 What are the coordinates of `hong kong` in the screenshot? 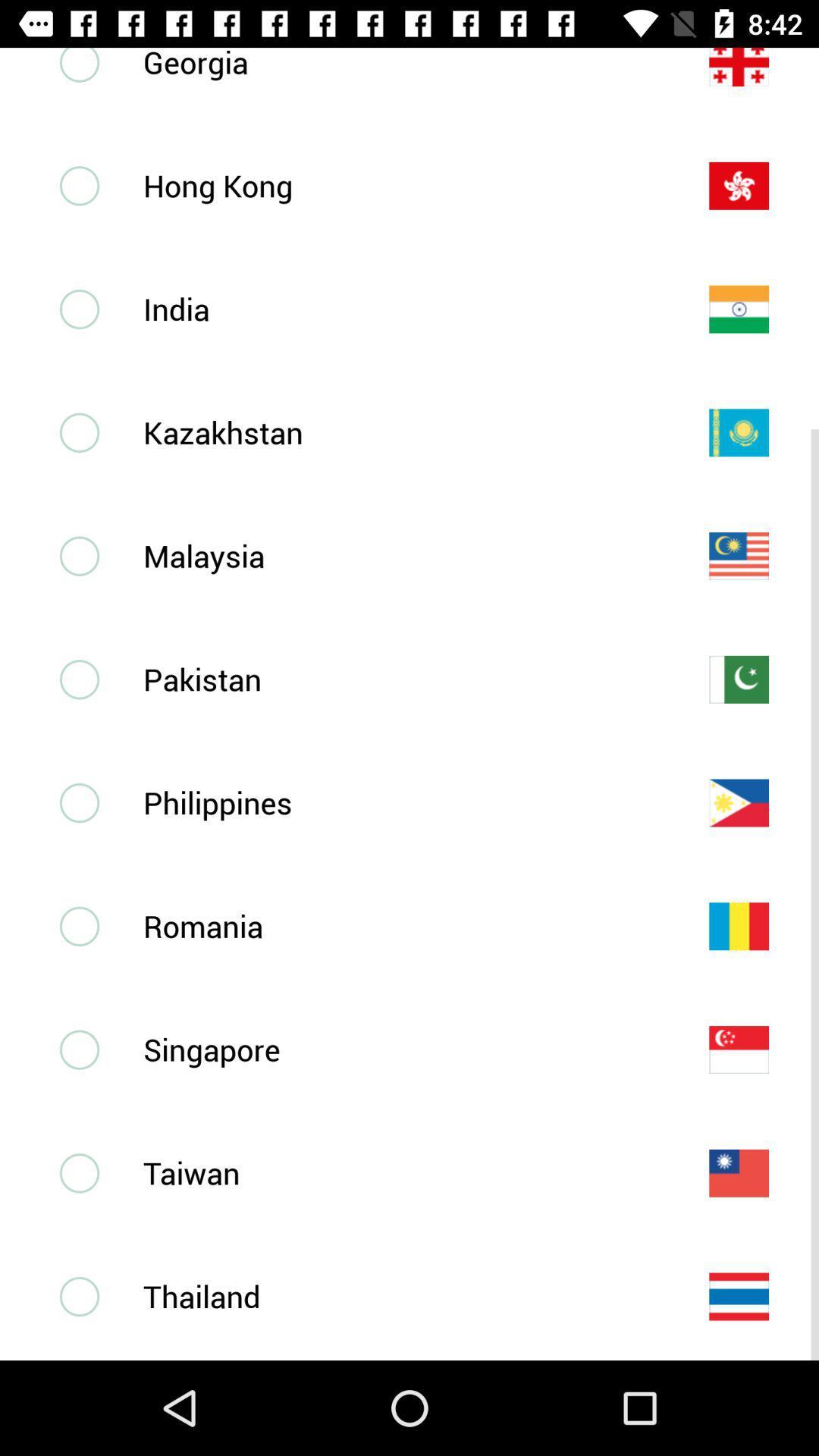 It's located at (400, 184).